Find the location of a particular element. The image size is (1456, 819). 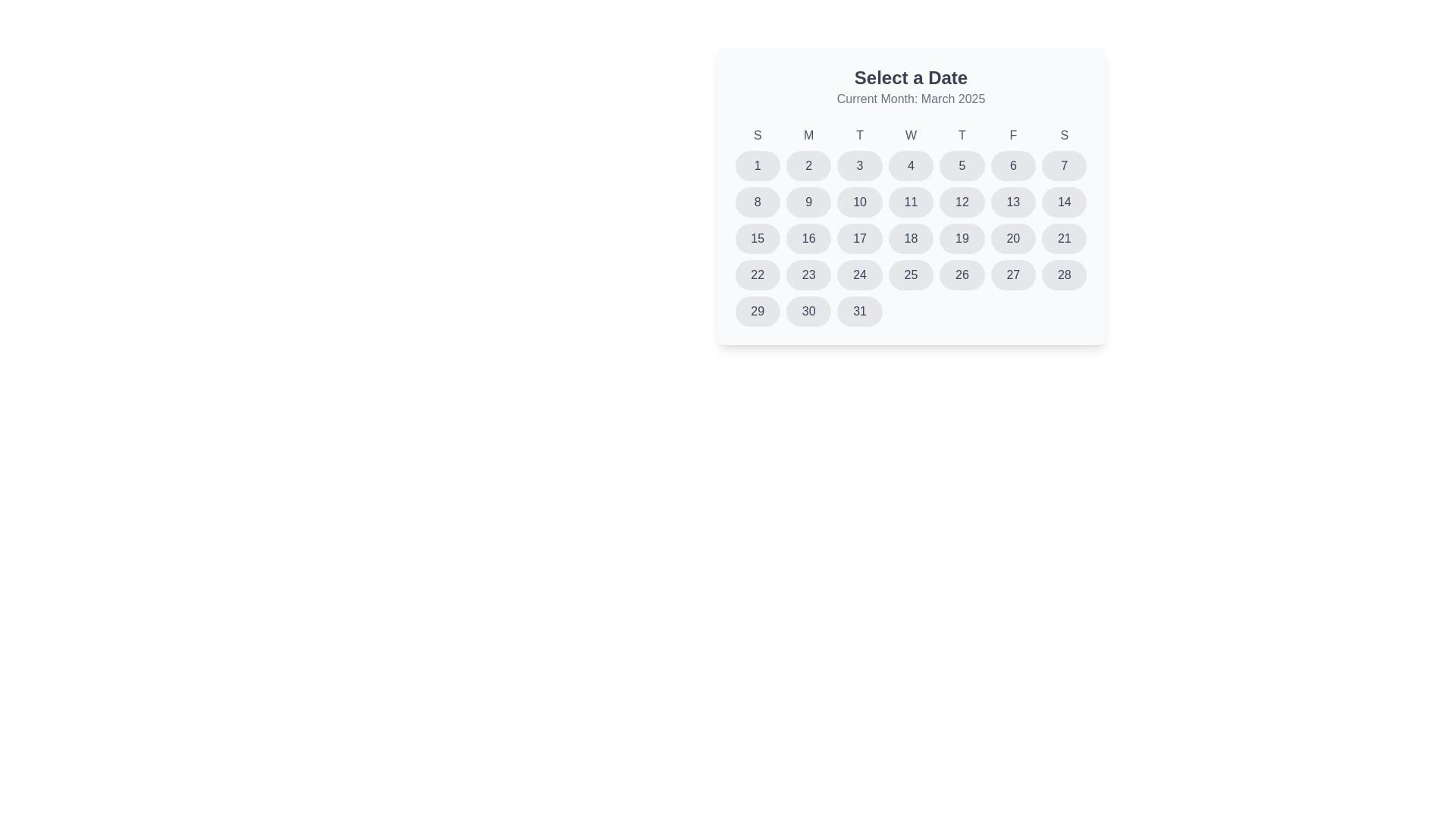

the rounded rectangular button with a gray background containing the number '9' in dark gray text is located at coordinates (808, 201).